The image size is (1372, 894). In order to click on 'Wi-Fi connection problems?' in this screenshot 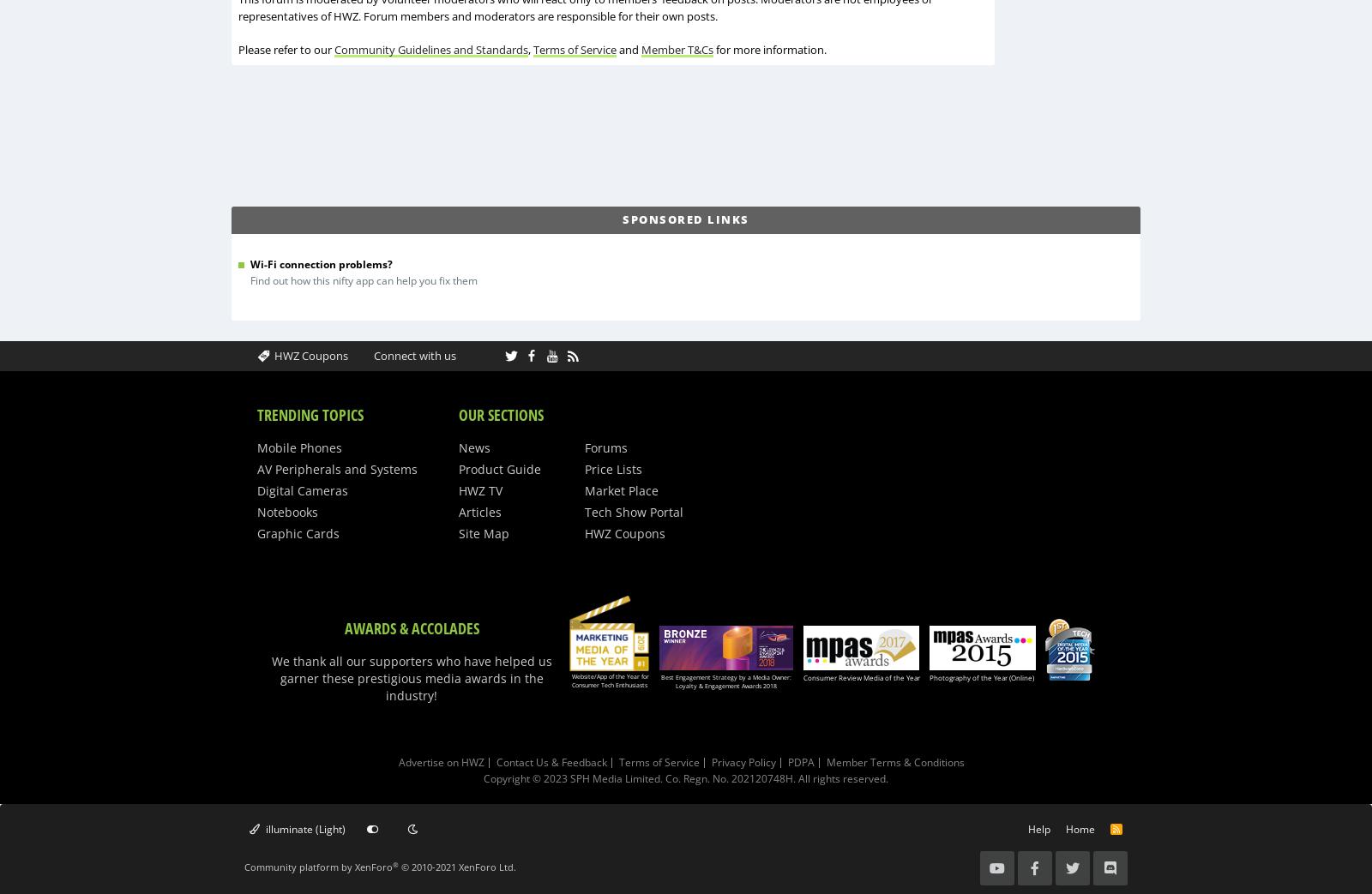, I will do `click(322, 262)`.